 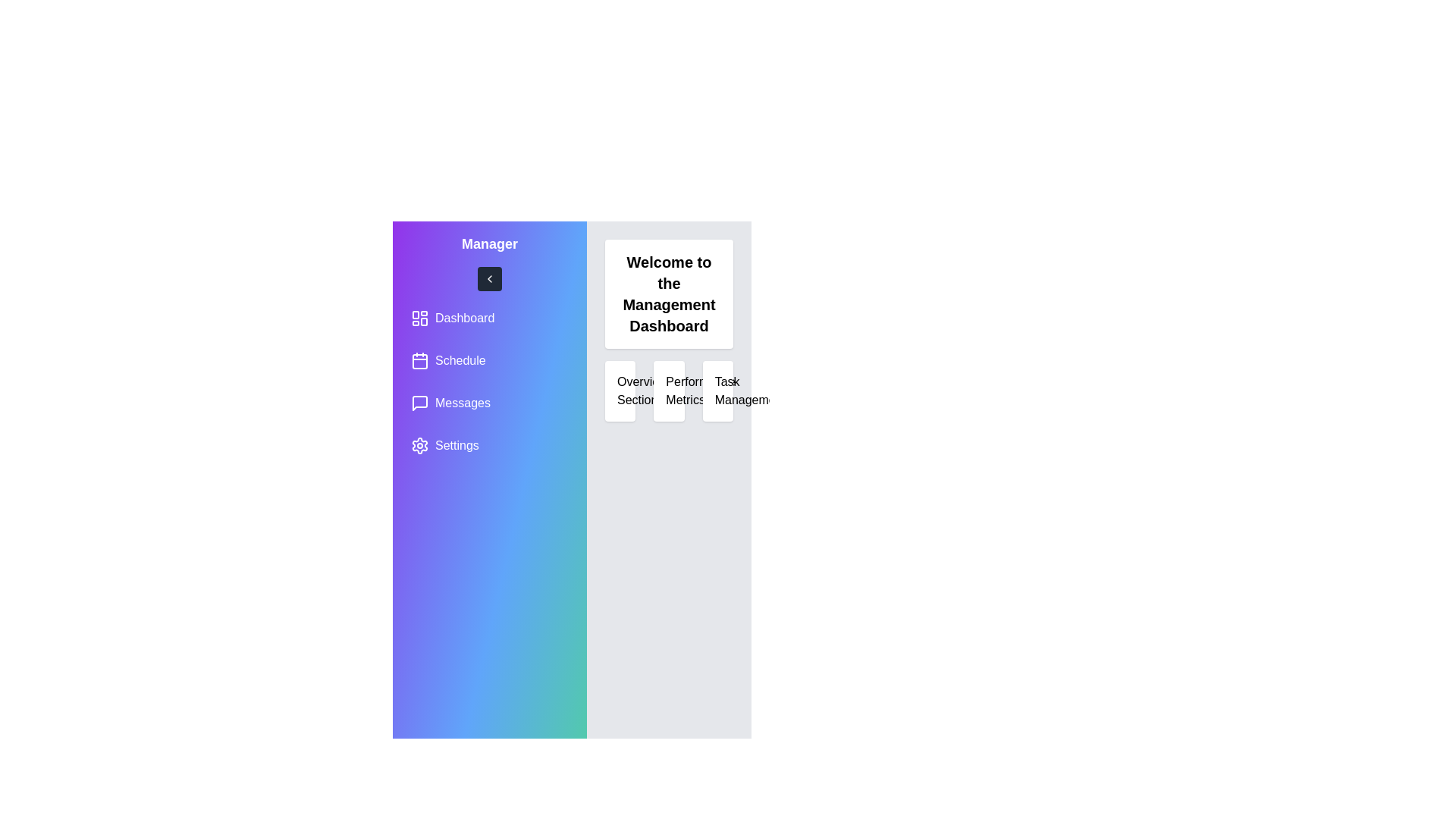 I want to click on the 'Settings' button located in the side navigation panel to activate it for keyboard interaction, so click(x=490, y=444).